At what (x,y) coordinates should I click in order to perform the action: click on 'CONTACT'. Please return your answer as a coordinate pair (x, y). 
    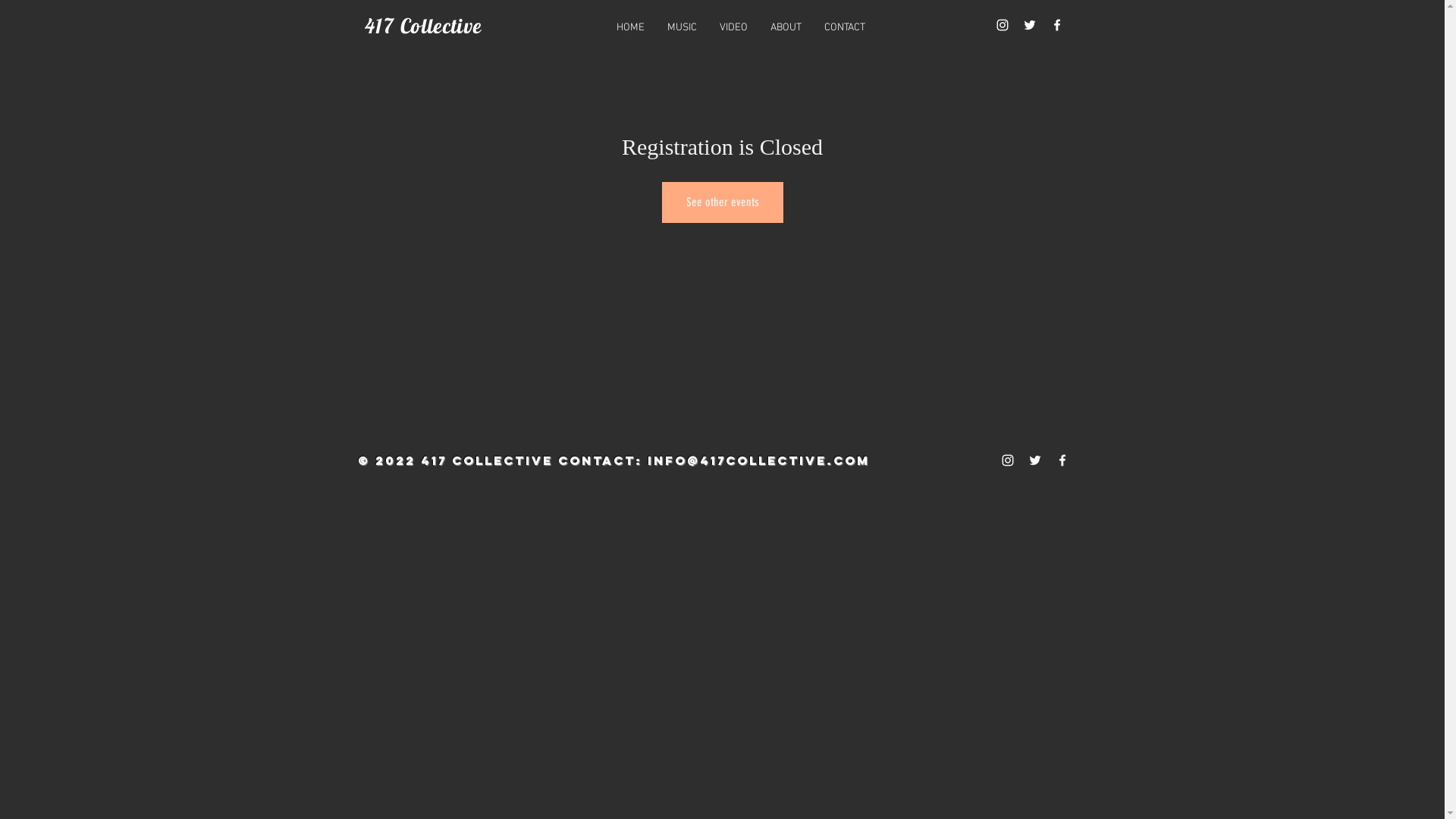
    Looking at the image, I should click on (843, 28).